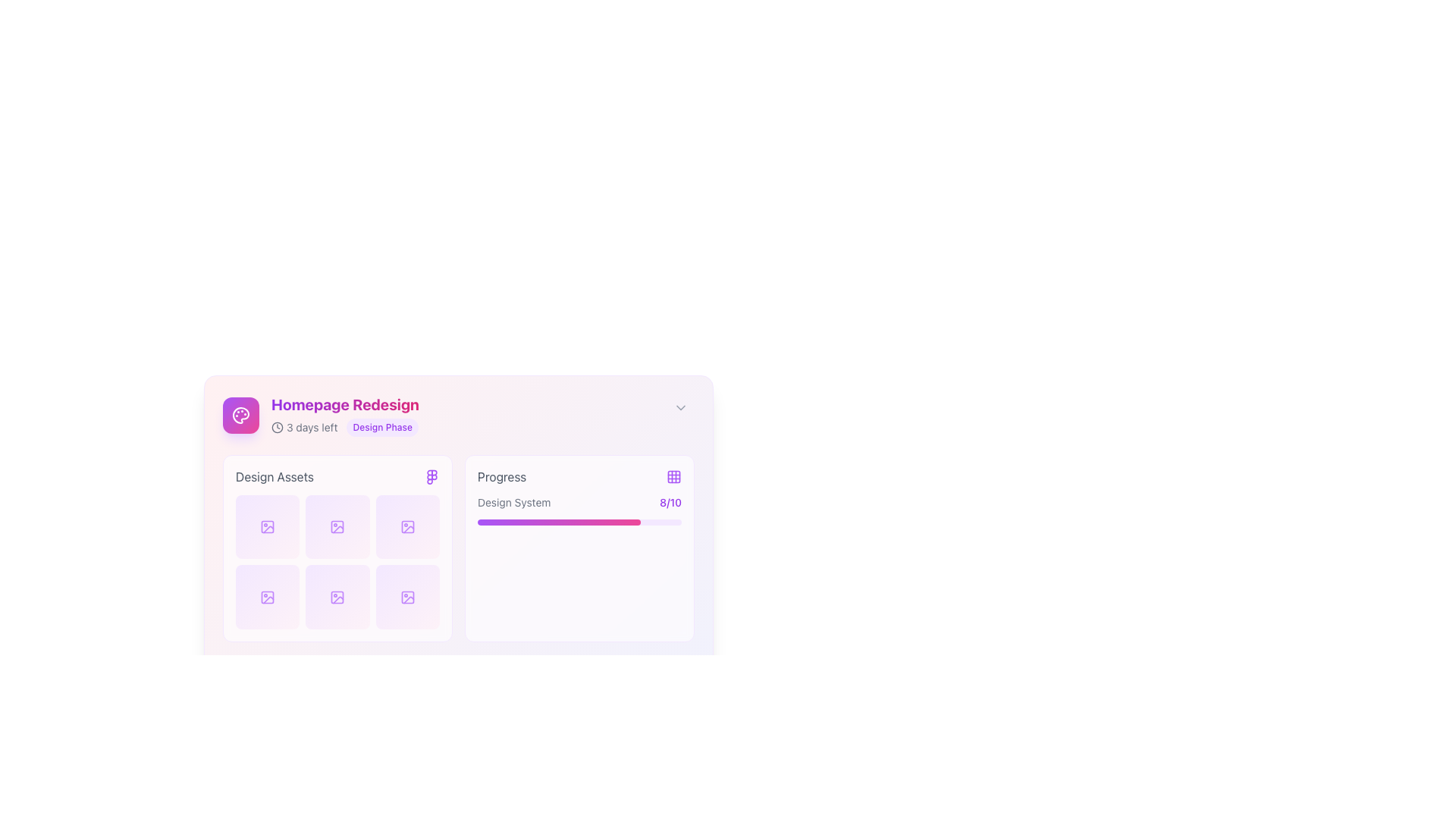 This screenshot has height=819, width=1456. What do you see at coordinates (407, 596) in the screenshot?
I see `the bottom-right icon in the 'Design Assets' section` at bounding box center [407, 596].